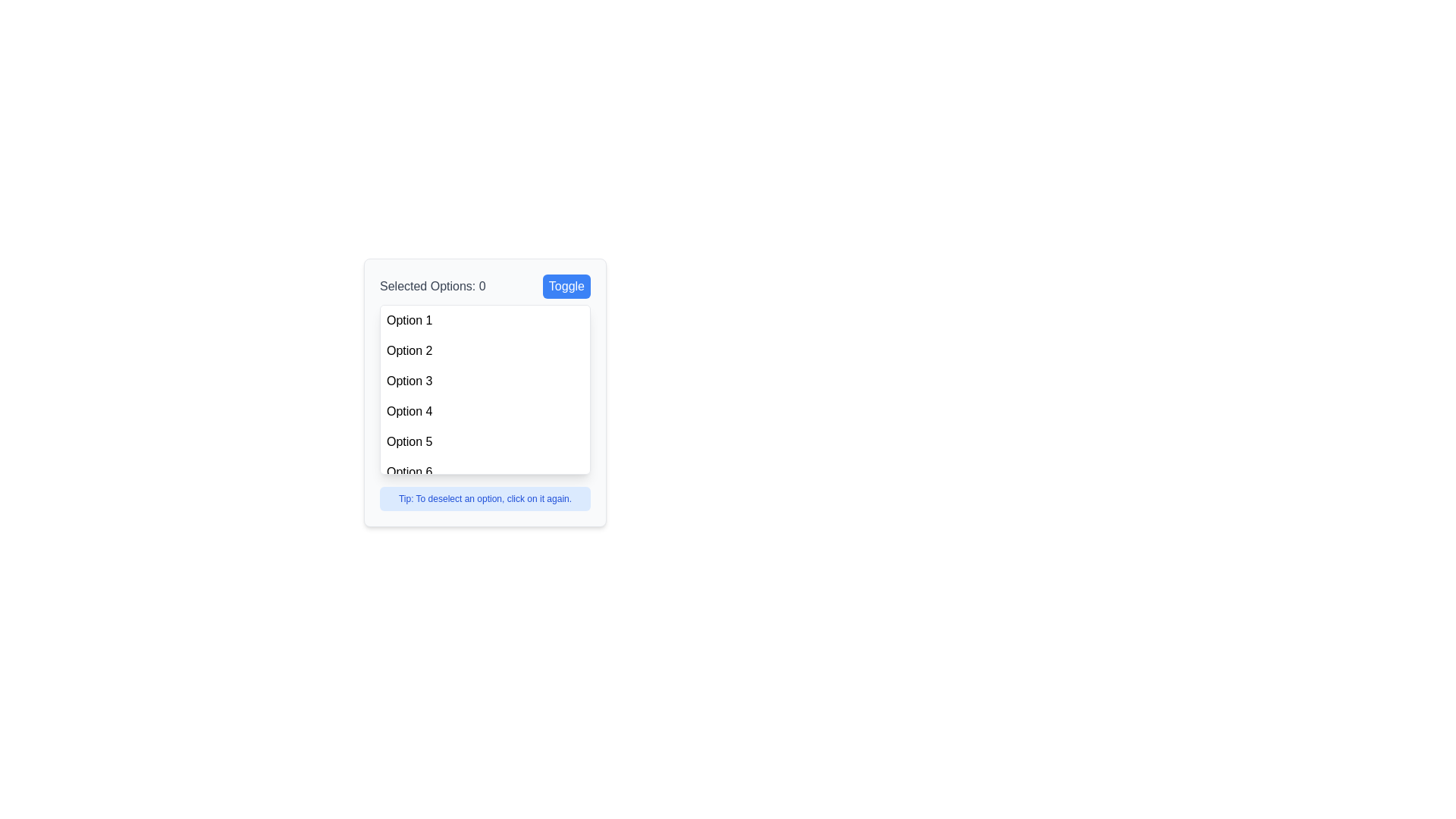  What do you see at coordinates (484, 441) in the screenshot?
I see `to select the fifth option in the dropdown menu, positioned below 'Option 4' and above 'Option 6'` at bounding box center [484, 441].